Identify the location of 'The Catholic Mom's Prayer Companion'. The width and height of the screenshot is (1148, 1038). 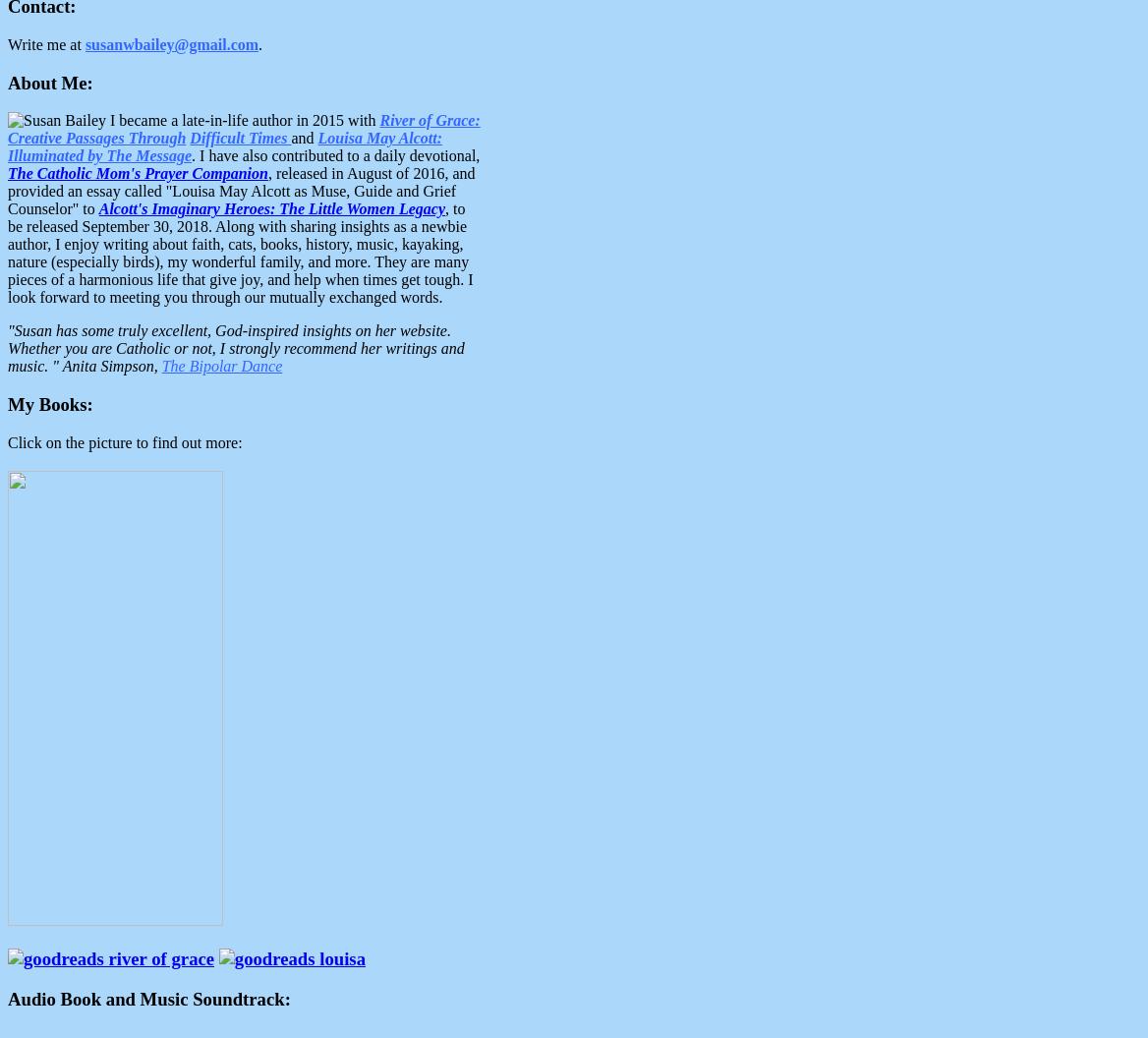
(137, 173).